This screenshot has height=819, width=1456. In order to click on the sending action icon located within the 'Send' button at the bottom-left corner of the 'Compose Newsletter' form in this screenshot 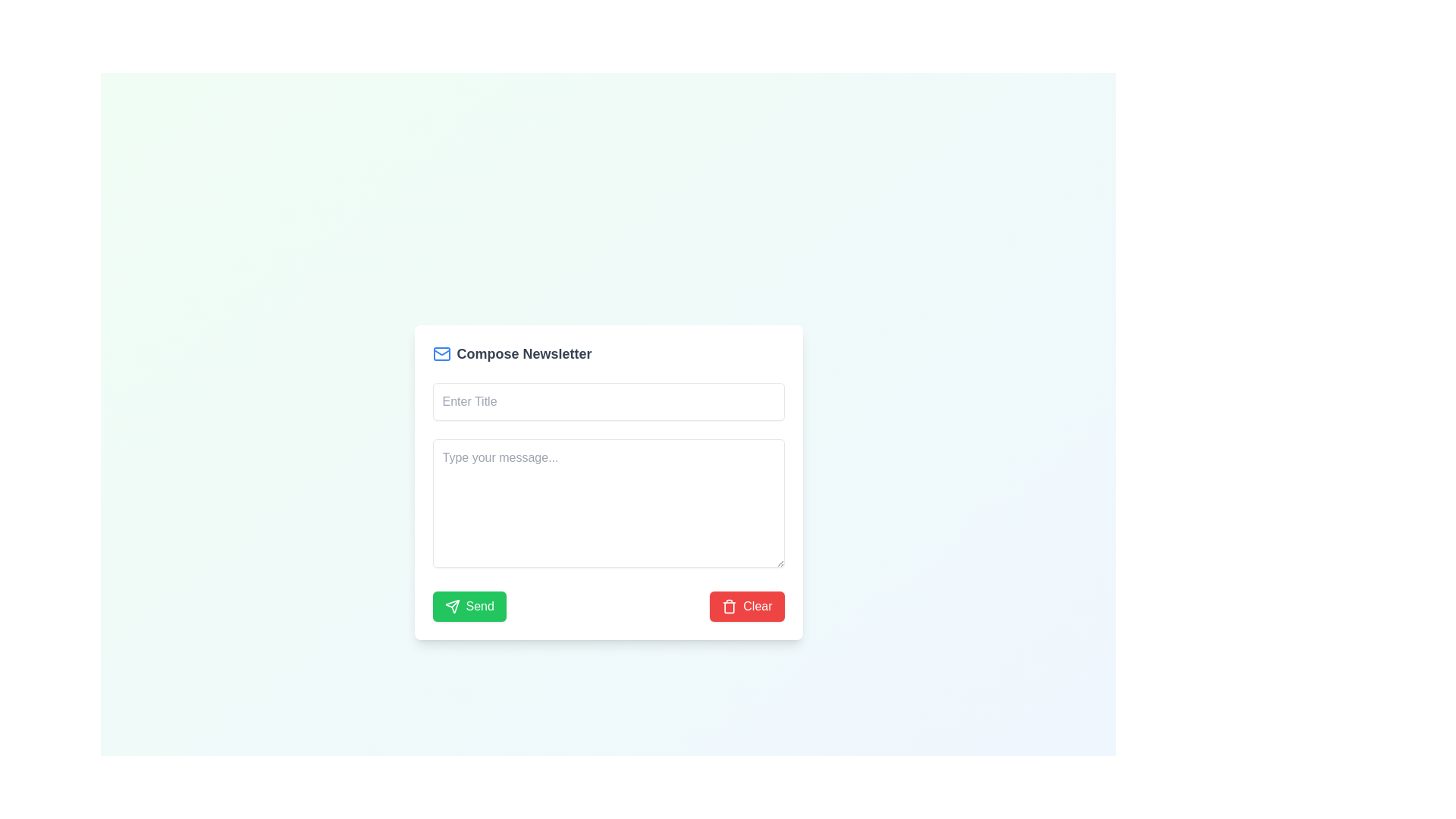, I will do `click(451, 605)`.